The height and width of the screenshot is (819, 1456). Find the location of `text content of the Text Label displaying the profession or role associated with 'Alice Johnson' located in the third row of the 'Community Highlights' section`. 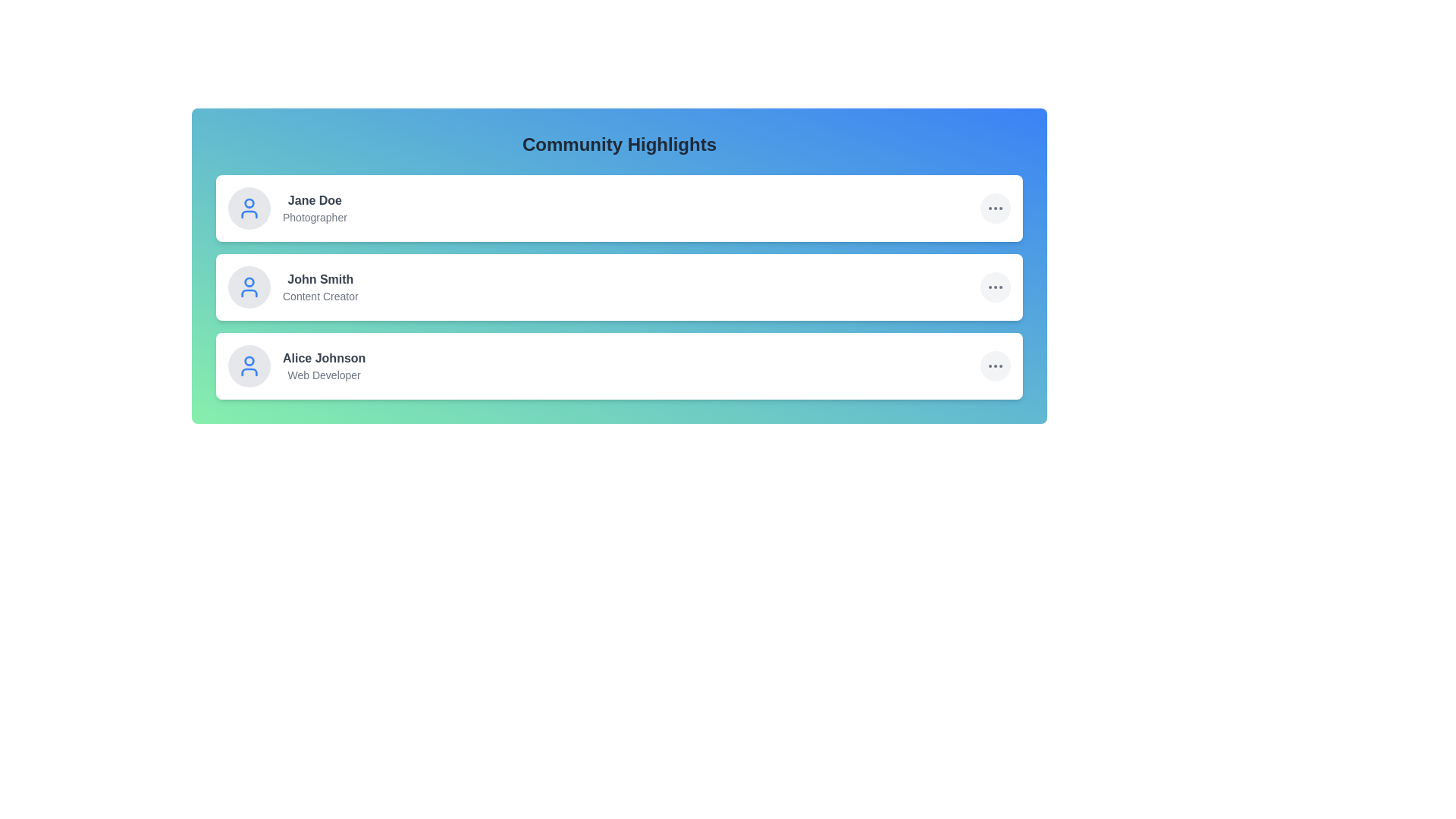

text content of the Text Label displaying the profession or role associated with 'Alice Johnson' located in the third row of the 'Community Highlights' section is located at coordinates (323, 375).